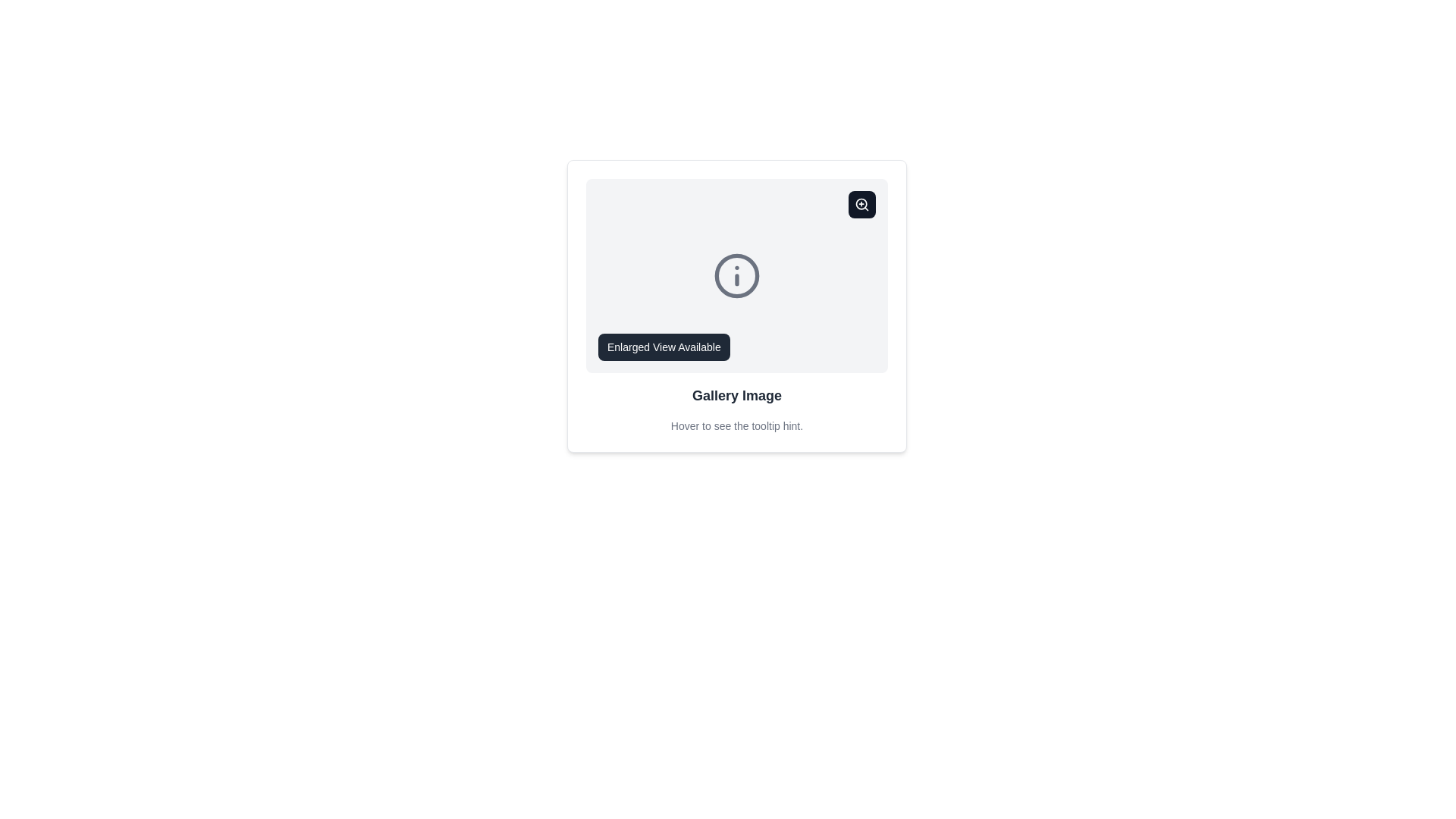 The image size is (1456, 819). What do you see at coordinates (736, 426) in the screenshot?
I see `the text label displaying 'Hover` at bounding box center [736, 426].